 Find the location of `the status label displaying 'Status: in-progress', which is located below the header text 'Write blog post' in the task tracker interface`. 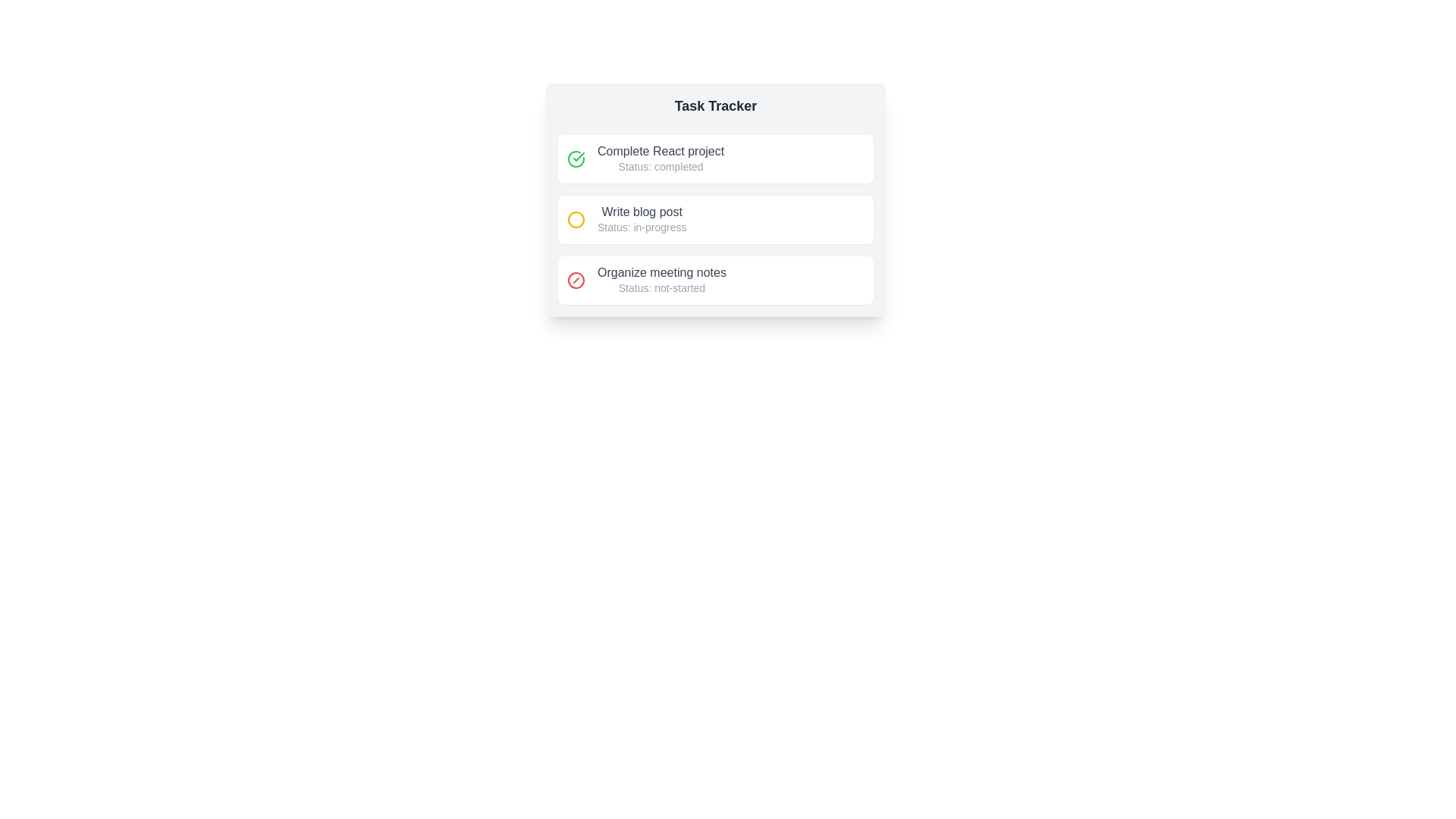

the status label displaying 'Status: in-progress', which is located below the header text 'Write blog post' in the task tracker interface is located at coordinates (642, 227).